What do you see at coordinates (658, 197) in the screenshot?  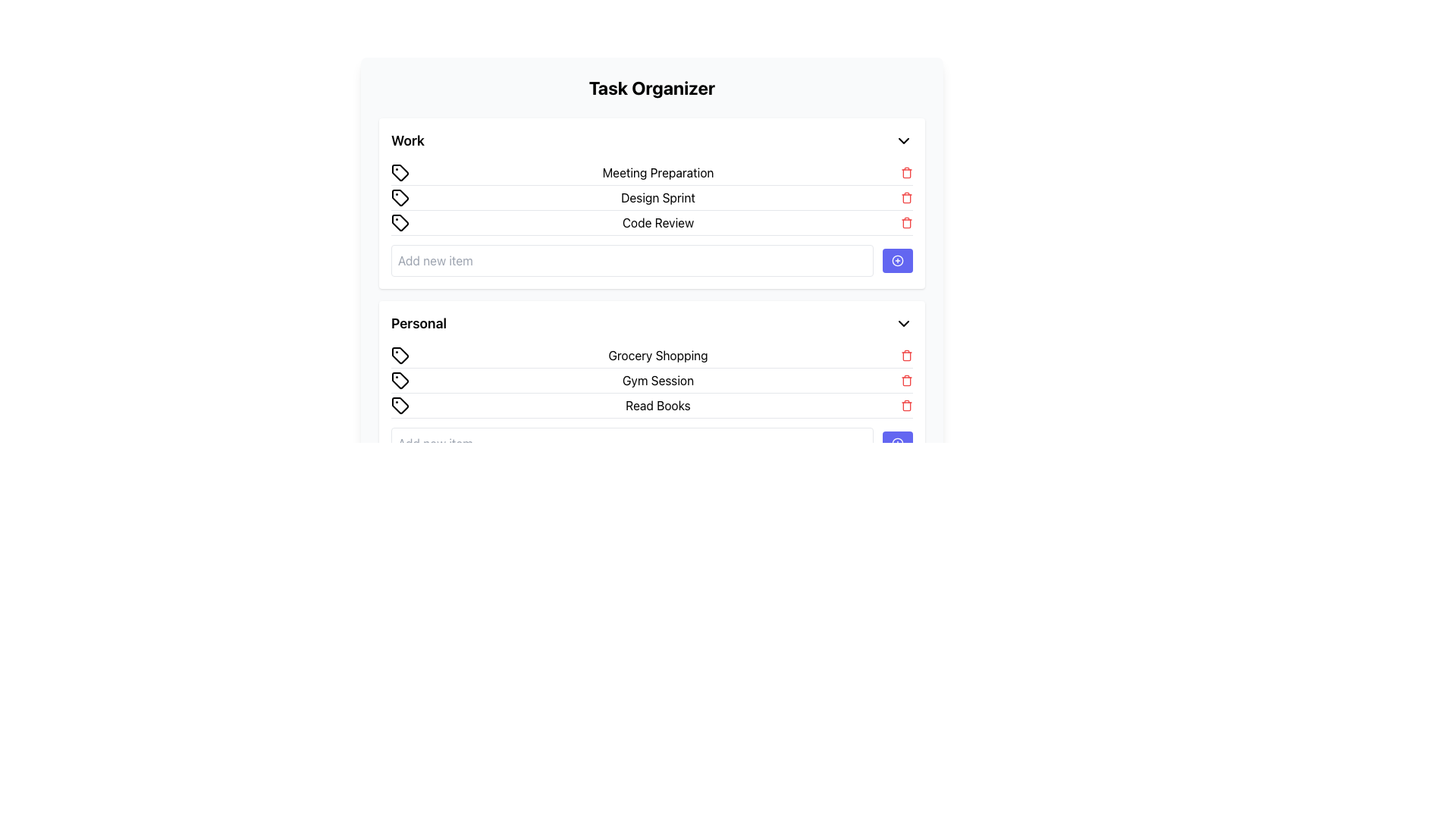 I see `the text label displaying 'Design Sprint', which is the second item in the 'Work' section, positioned between 'Meeting Preparation' and 'Code Review'` at bounding box center [658, 197].